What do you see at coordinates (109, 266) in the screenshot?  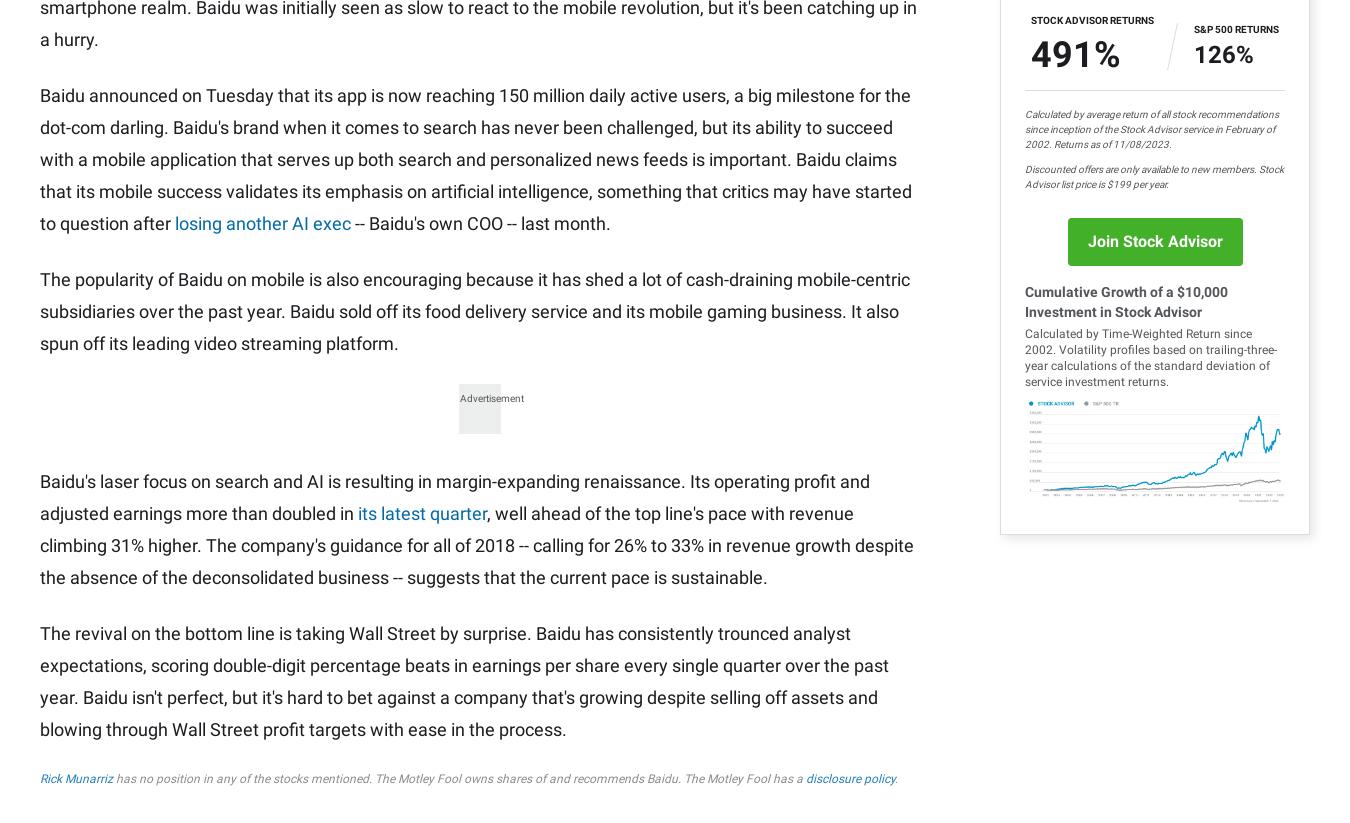 I see `'Market data powered by'` at bounding box center [109, 266].